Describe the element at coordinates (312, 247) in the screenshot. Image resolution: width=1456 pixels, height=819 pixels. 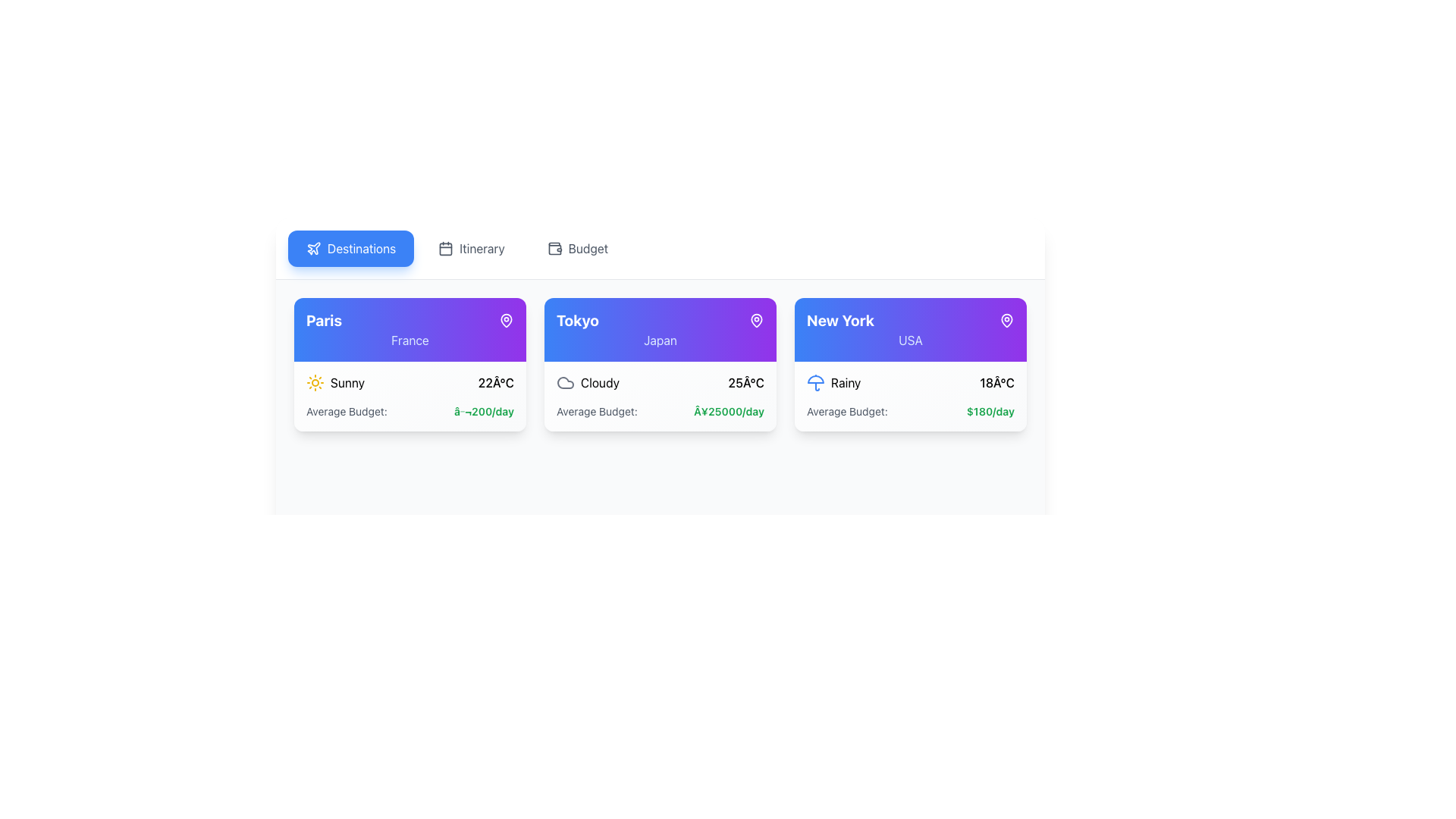
I see `the airplane icon located inside the blue 'Destinations' button, which is positioned to the left of the text 'Destinations'` at that location.